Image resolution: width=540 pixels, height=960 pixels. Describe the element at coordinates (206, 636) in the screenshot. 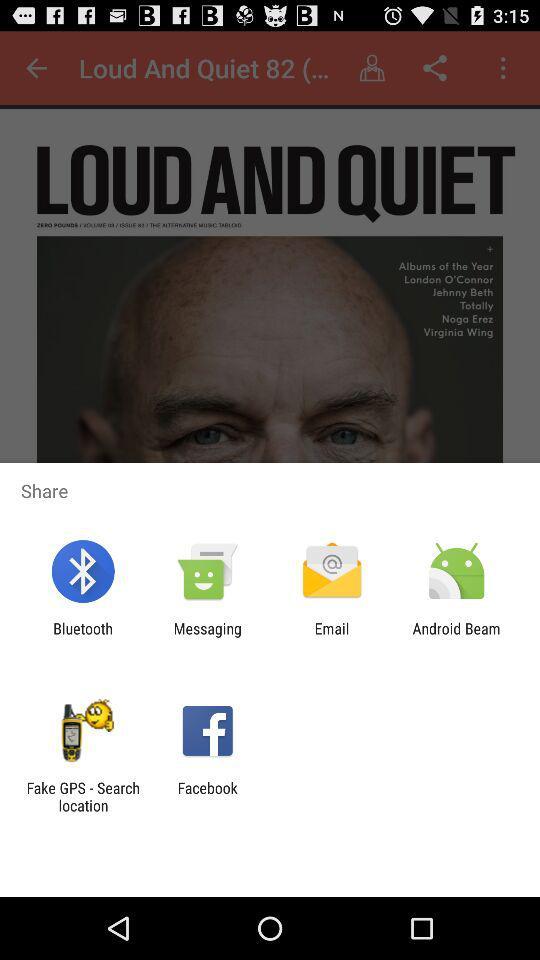

I see `the item next to the email` at that location.